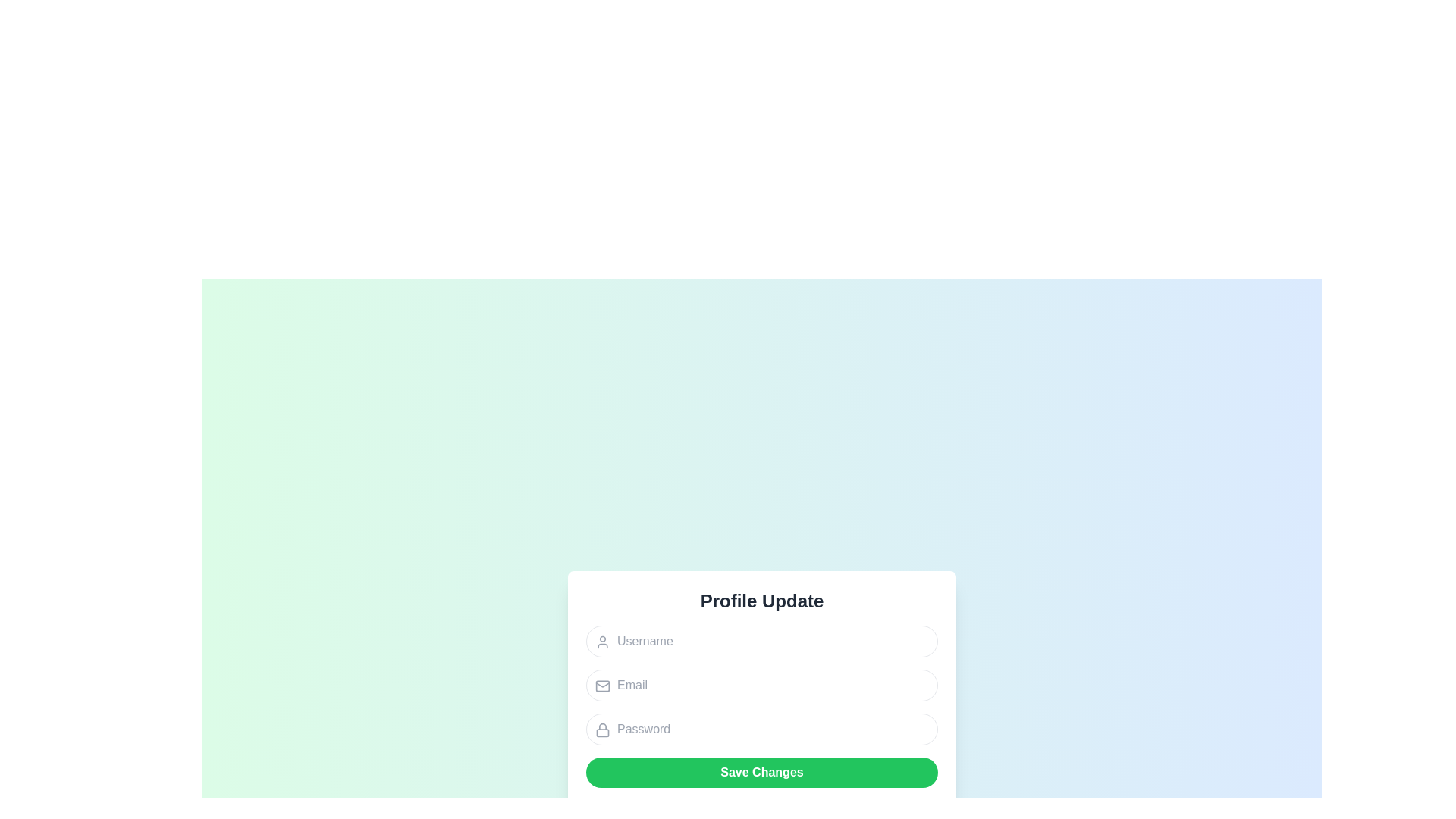 This screenshot has width=1456, height=819. Describe the element at coordinates (602, 686) in the screenshot. I see `the assistive icon located to the left of the 'Email' input field within the profile update form` at that location.